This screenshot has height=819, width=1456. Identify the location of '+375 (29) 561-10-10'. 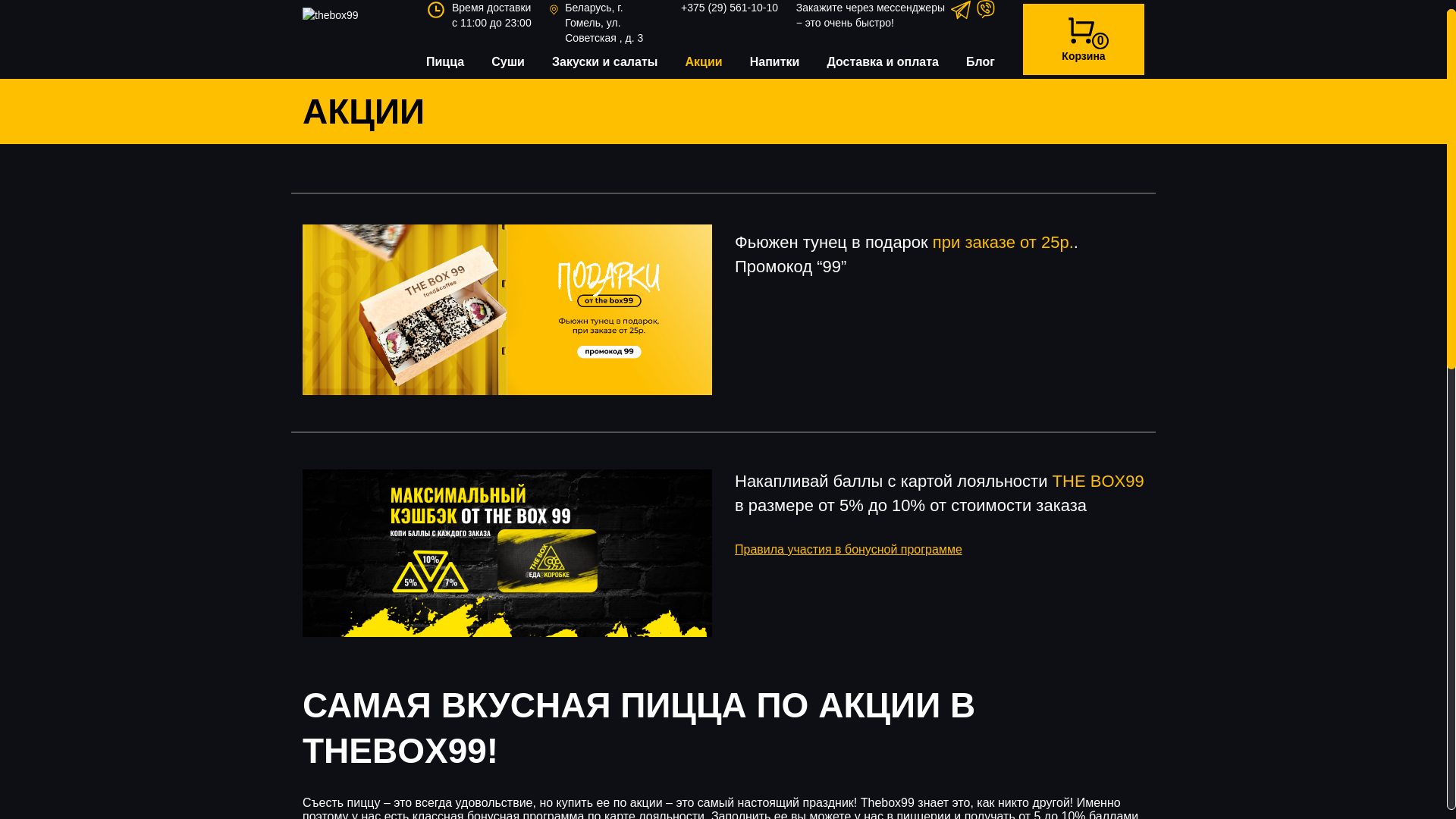
(679, 8).